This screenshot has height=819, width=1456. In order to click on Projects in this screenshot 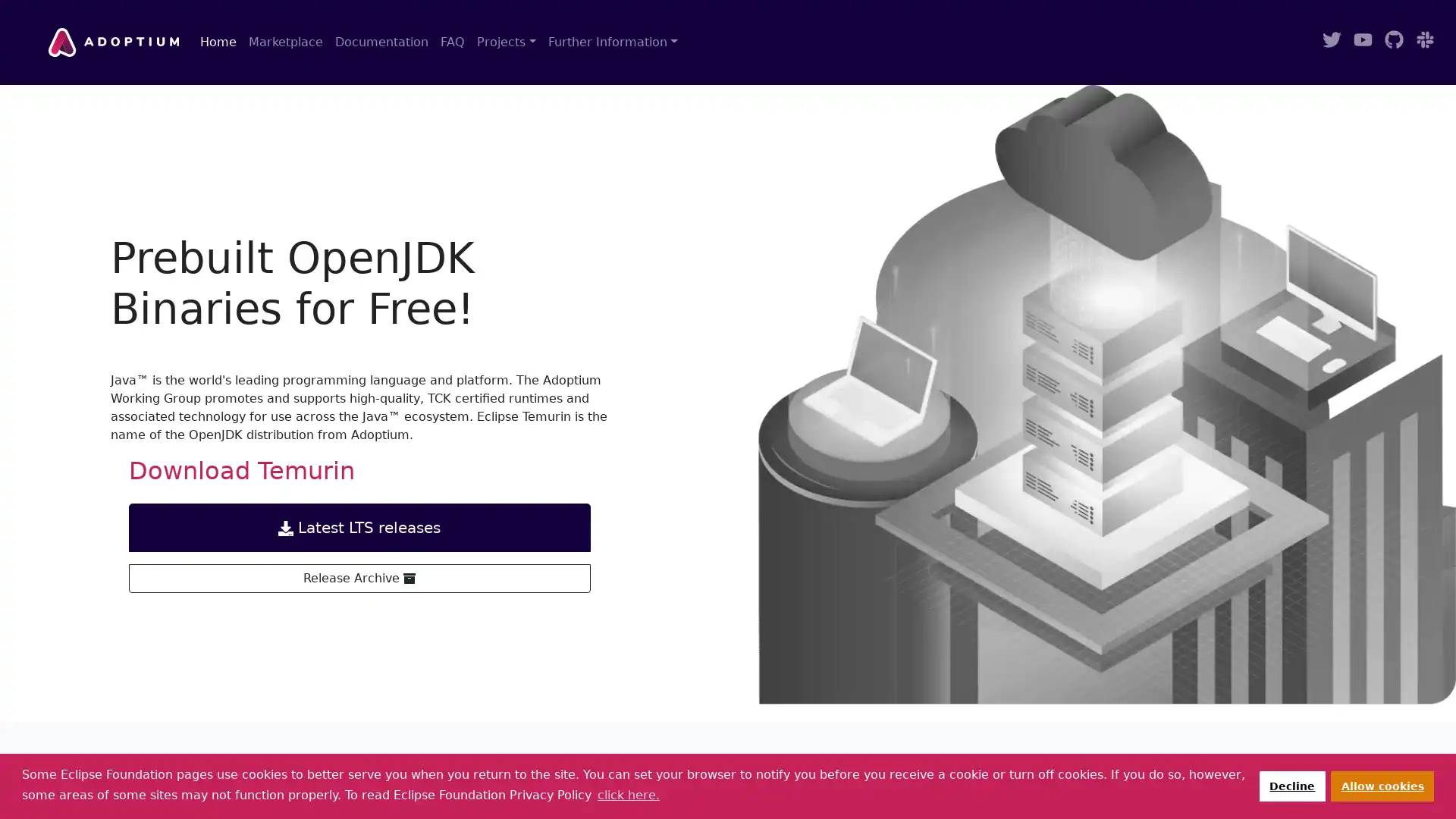, I will do `click(506, 42)`.